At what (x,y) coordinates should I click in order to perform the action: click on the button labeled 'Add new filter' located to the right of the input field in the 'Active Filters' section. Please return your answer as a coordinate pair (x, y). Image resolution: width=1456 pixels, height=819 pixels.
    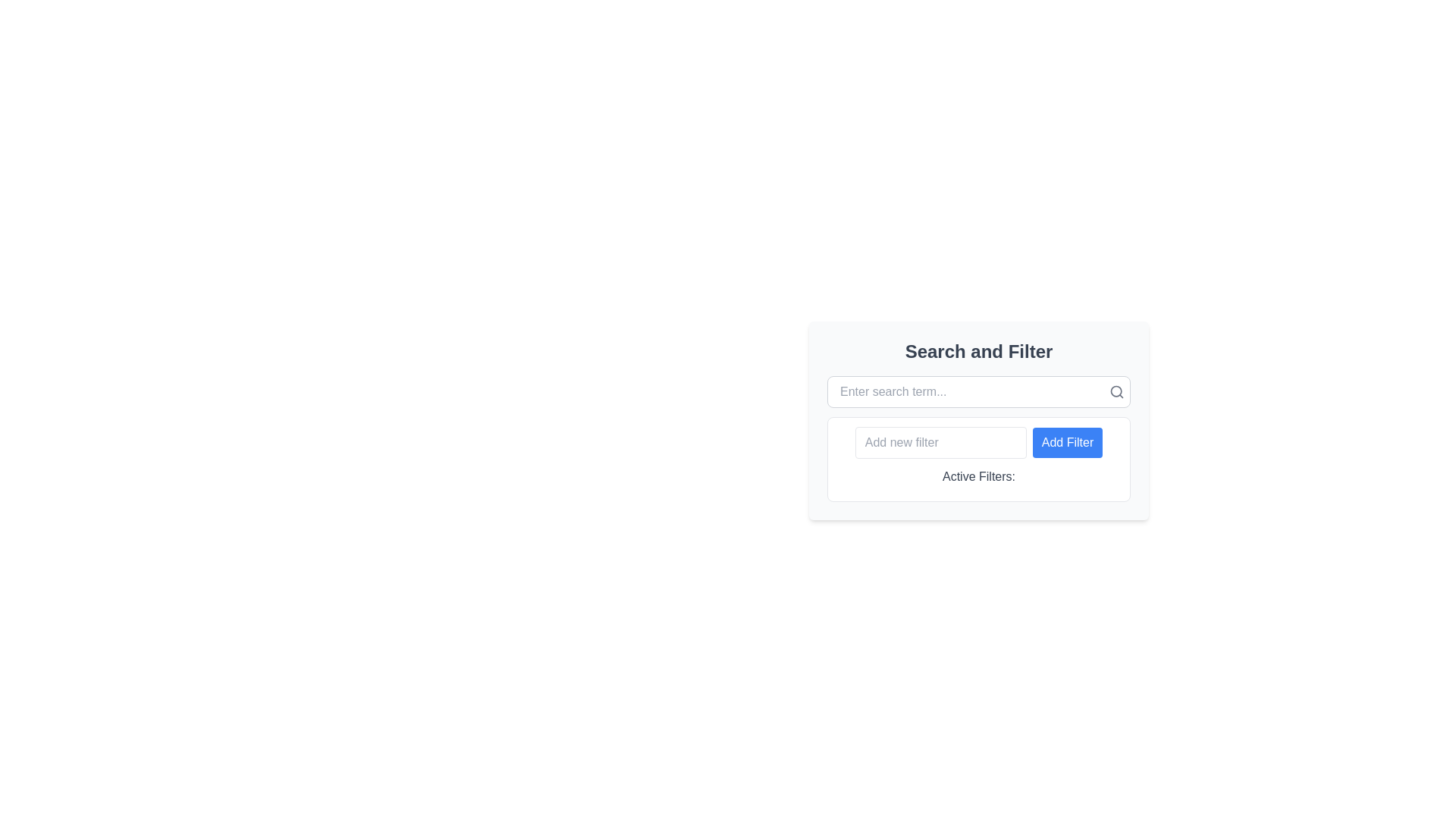
    Looking at the image, I should click on (1066, 442).